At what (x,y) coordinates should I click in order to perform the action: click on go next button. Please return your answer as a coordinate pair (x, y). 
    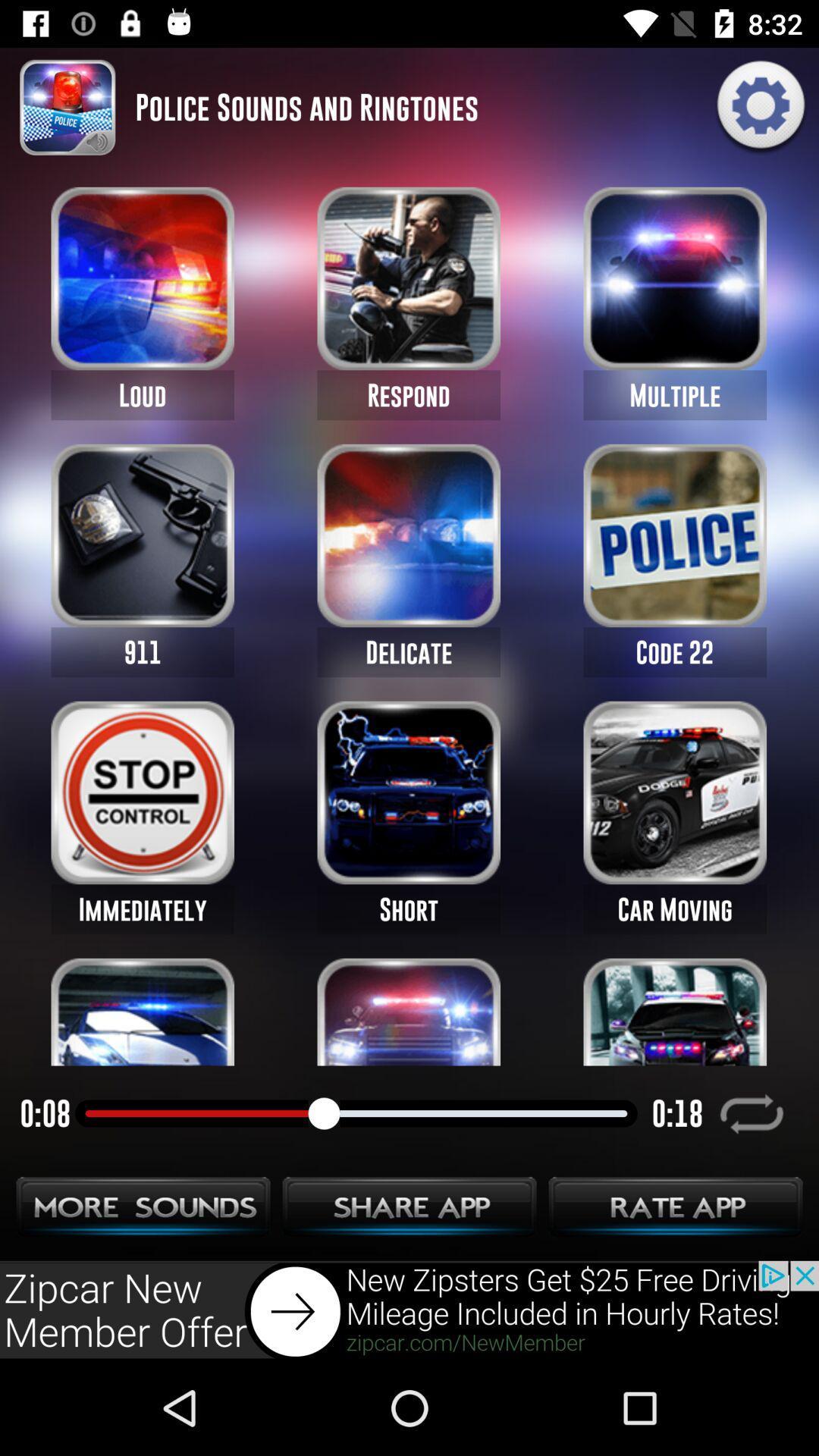
    Looking at the image, I should click on (409, 1310).